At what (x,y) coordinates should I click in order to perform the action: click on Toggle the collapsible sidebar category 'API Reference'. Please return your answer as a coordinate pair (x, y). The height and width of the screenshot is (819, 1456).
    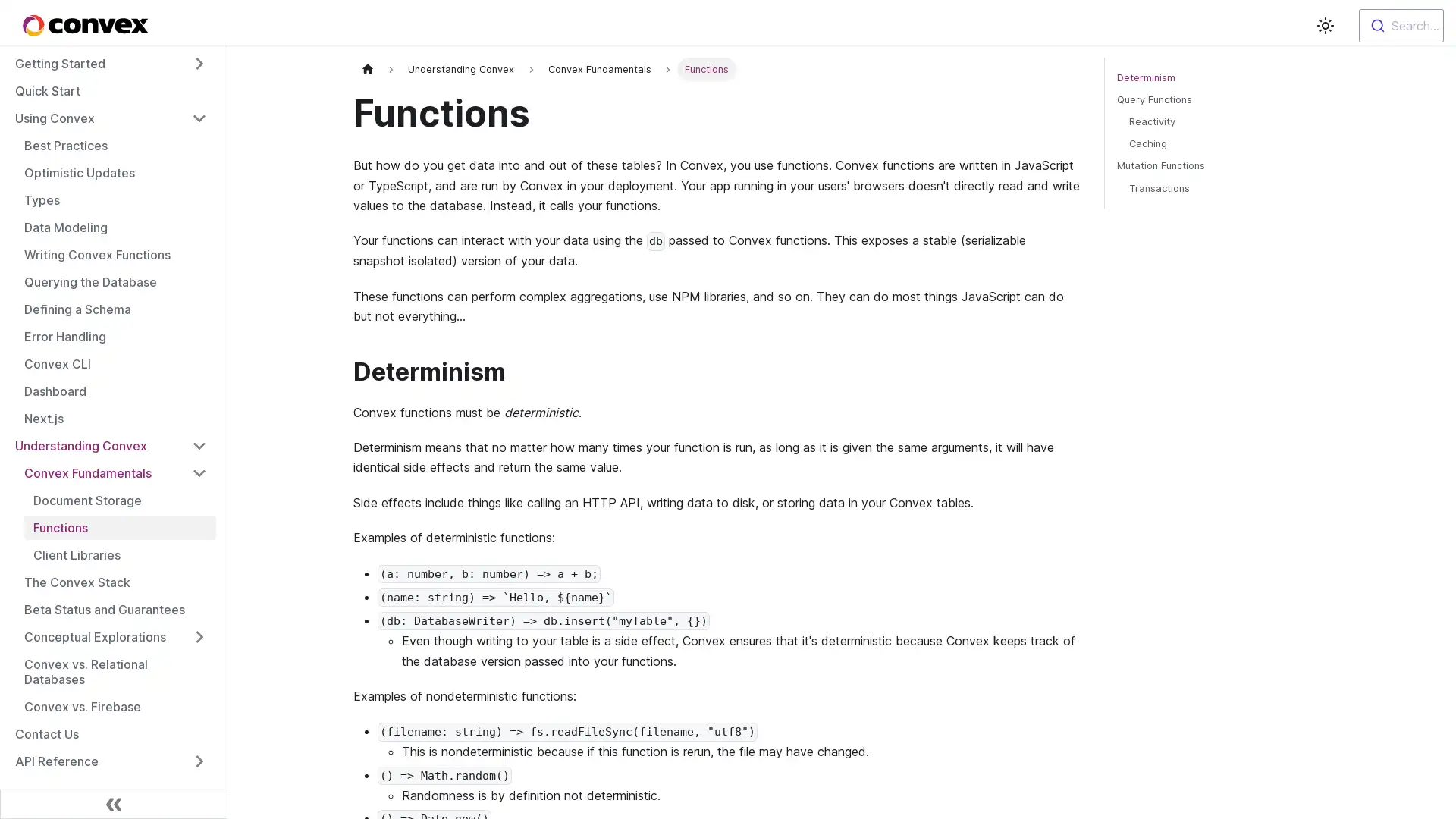
    Looking at the image, I should click on (199, 761).